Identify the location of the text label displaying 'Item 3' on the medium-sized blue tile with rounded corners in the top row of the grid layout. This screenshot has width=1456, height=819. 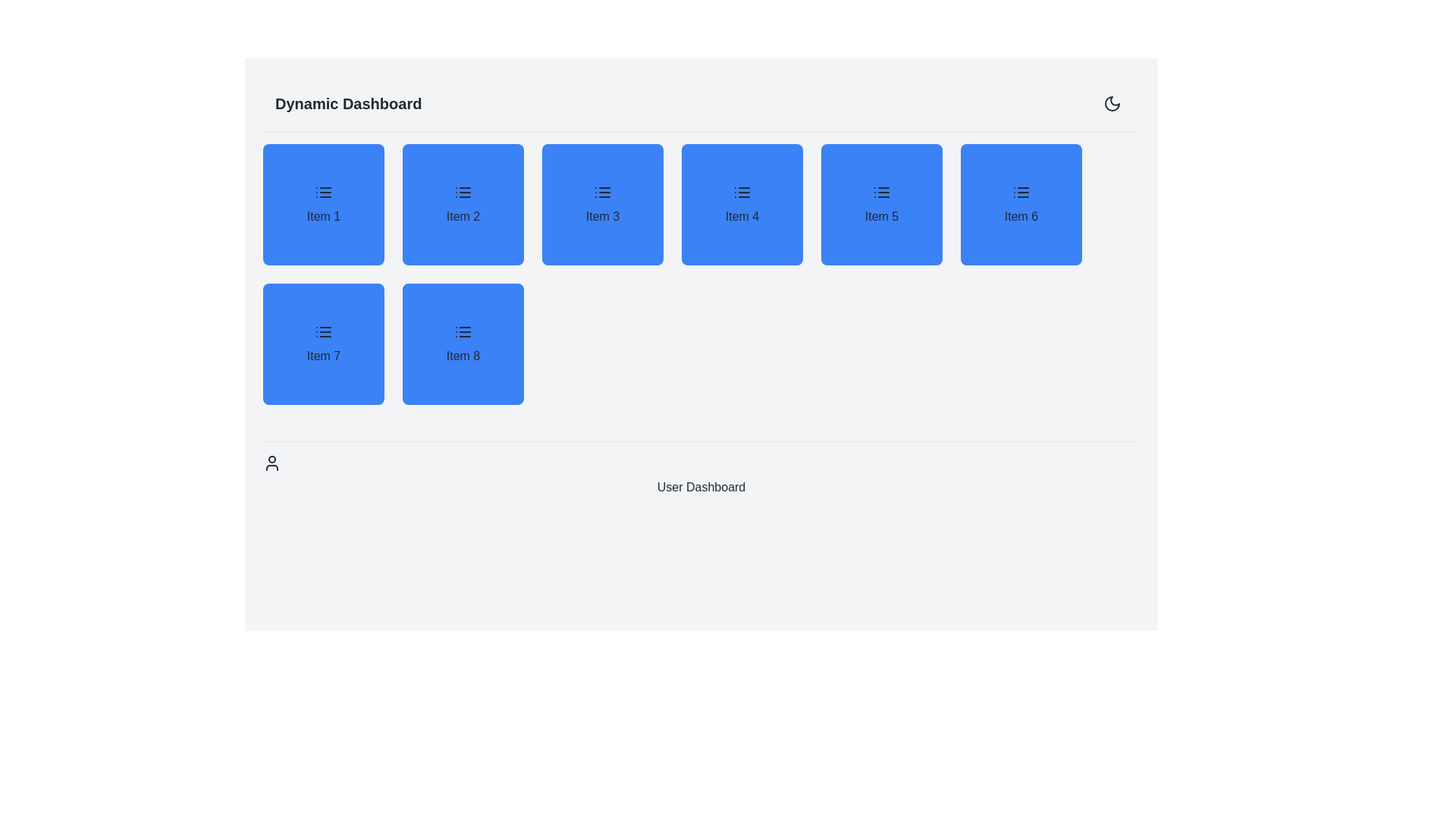
(602, 216).